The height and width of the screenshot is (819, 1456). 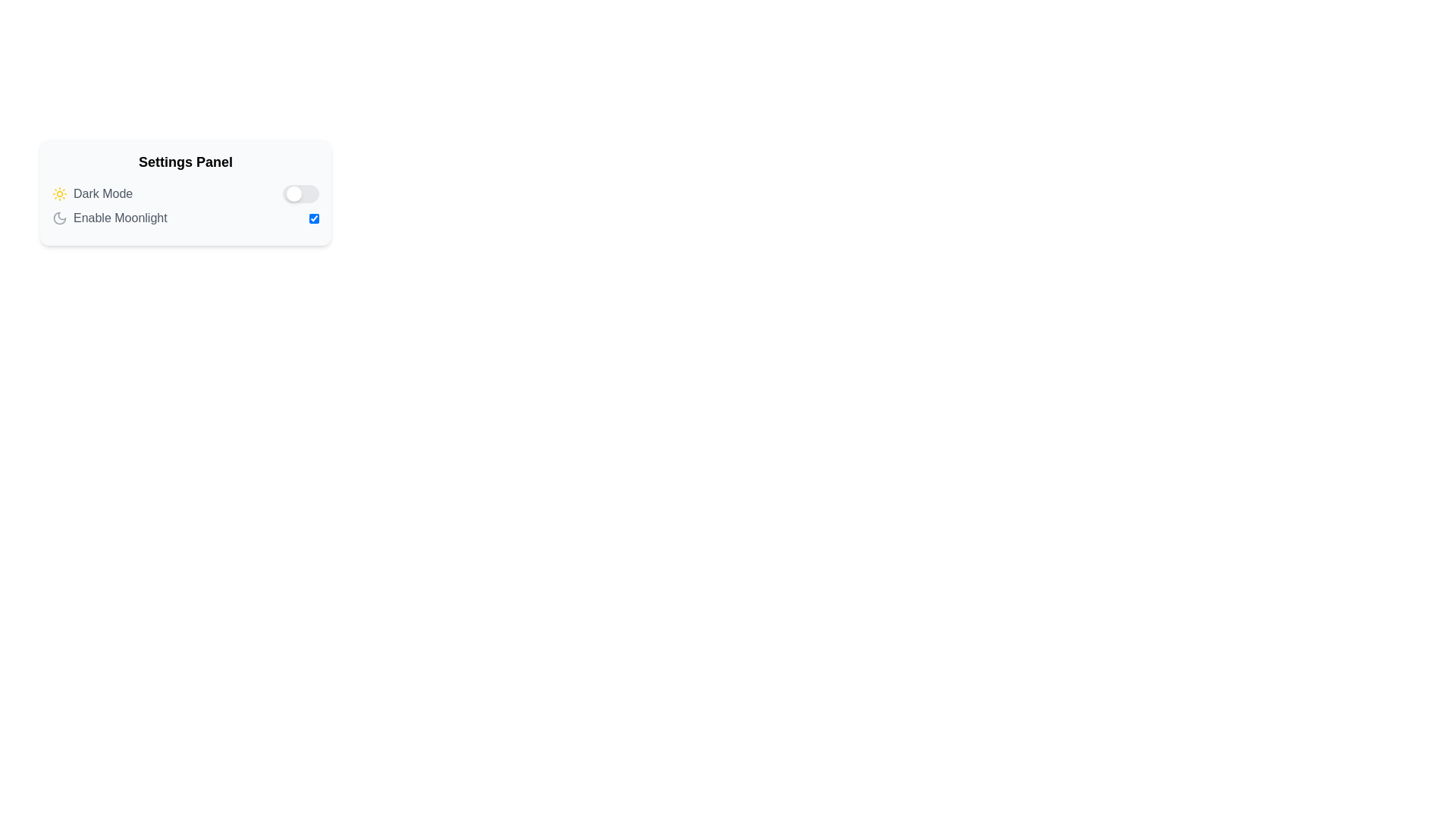 What do you see at coordinates (59, 193) in the screenshot?
I see `the brightly colored sun icon with a circular center and rays, located to the immediate left of the 'Dark Mode' text in the settings panel` at bounding box center [59, 193].